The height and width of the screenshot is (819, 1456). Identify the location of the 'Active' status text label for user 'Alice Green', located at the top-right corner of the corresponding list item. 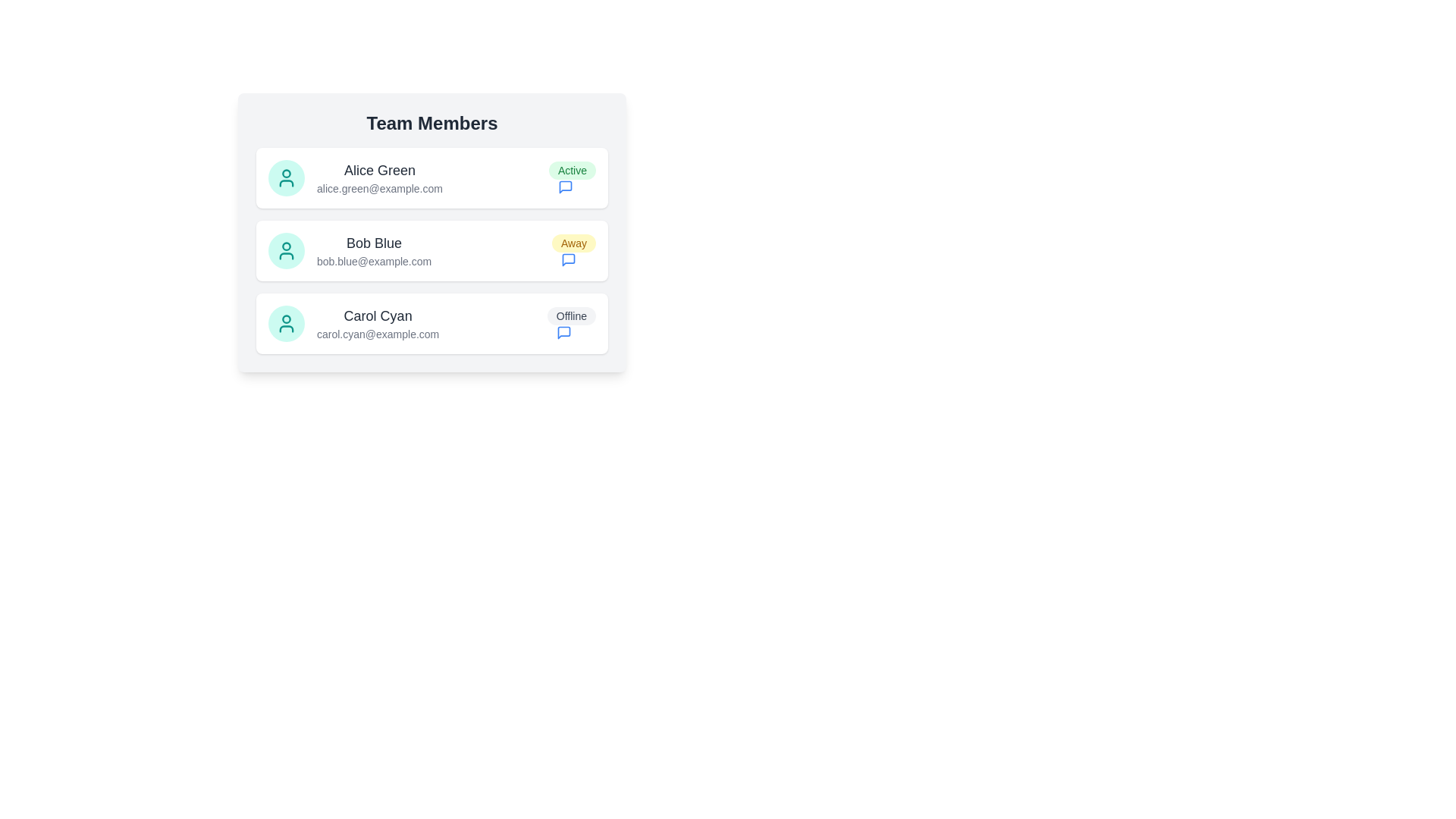
(571, 177).